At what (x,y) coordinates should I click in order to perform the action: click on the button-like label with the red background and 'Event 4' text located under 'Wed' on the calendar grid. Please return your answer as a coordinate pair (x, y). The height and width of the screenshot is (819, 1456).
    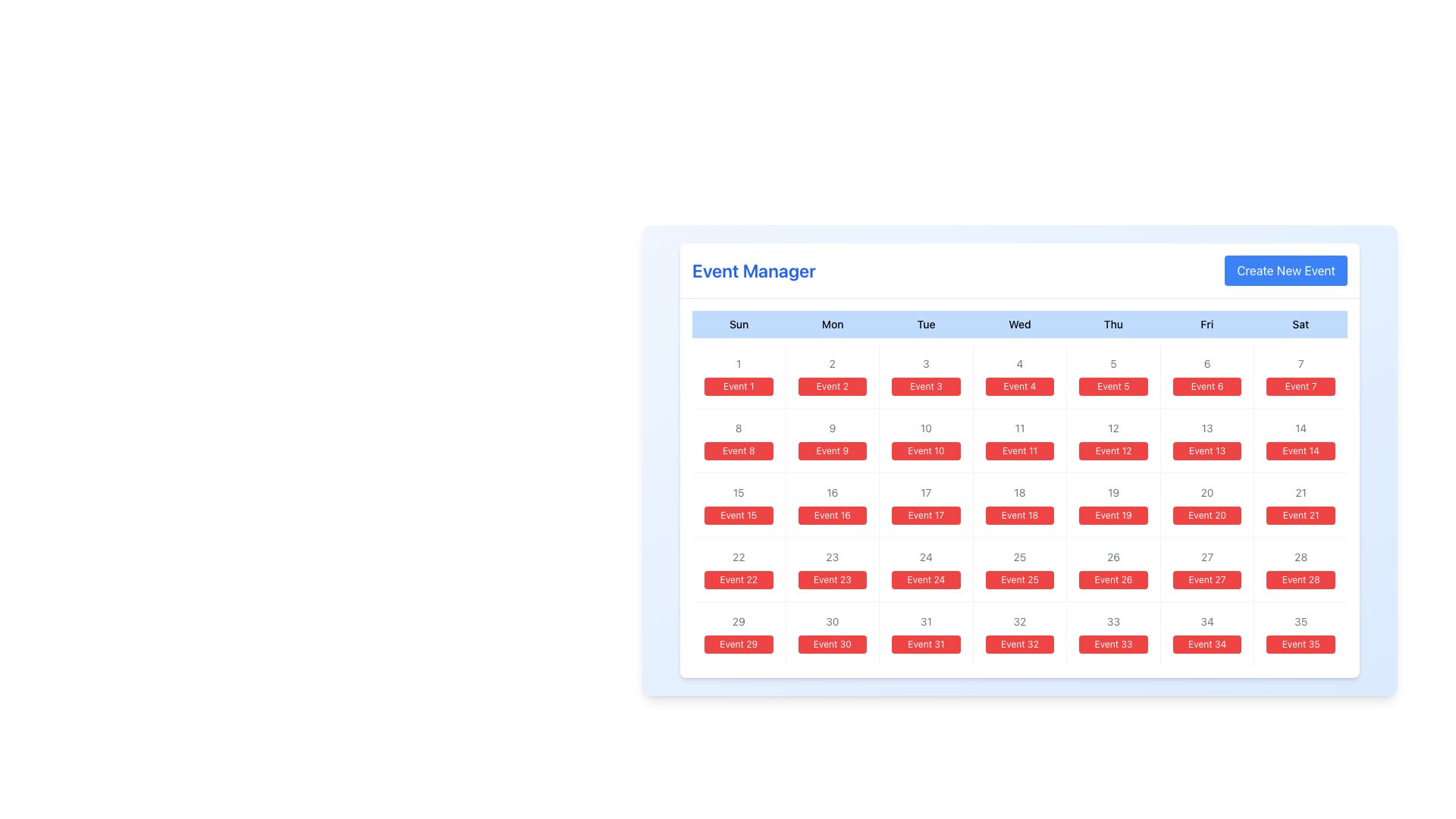
    Looking at the image, I should click on (1019, 385).